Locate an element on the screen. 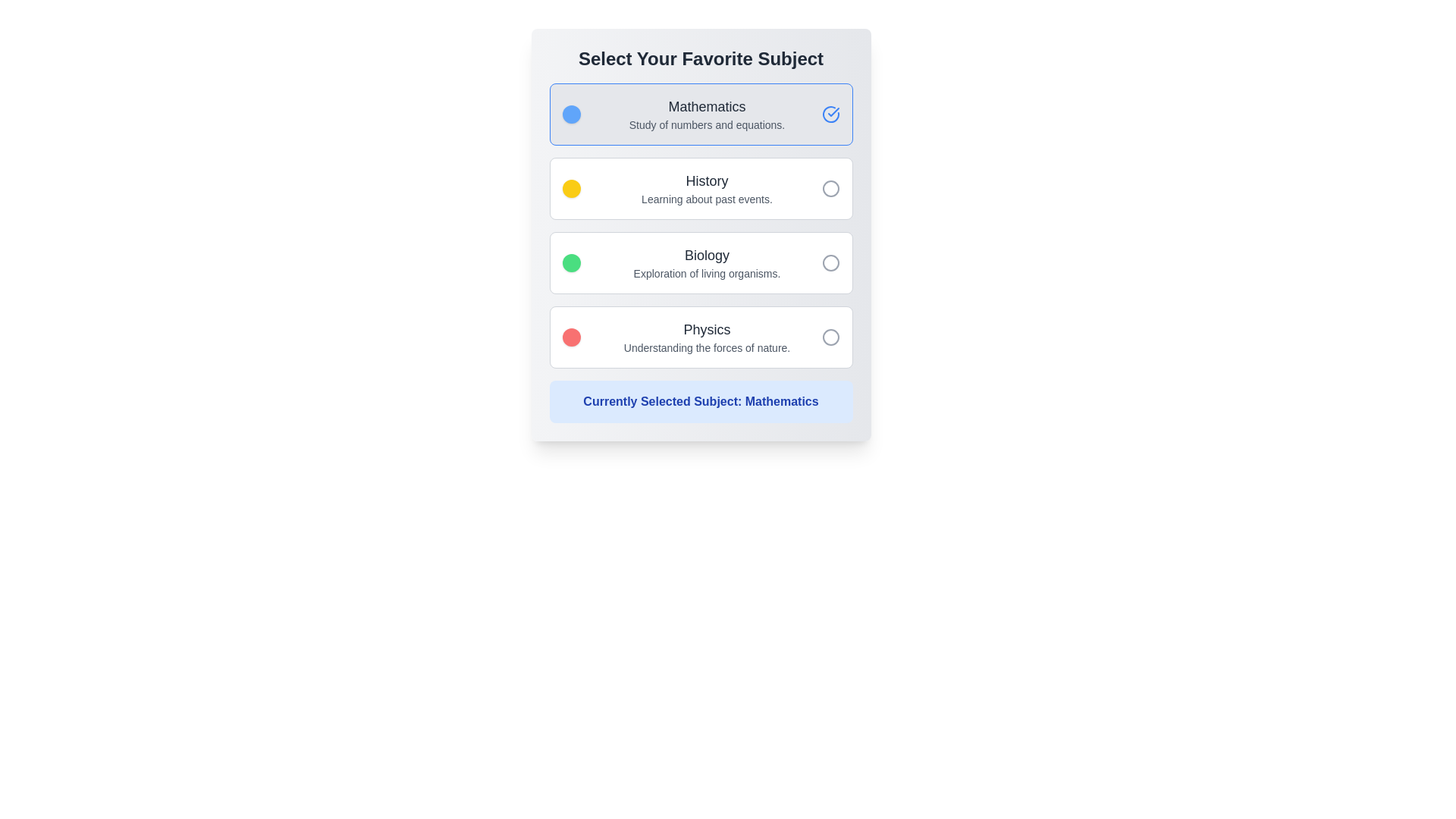  the text block displaying 'Understanding the forces of nature.' which is located beneath the title 'Physics' in a vertical list of subject categories is located at coordinates (706, 348).